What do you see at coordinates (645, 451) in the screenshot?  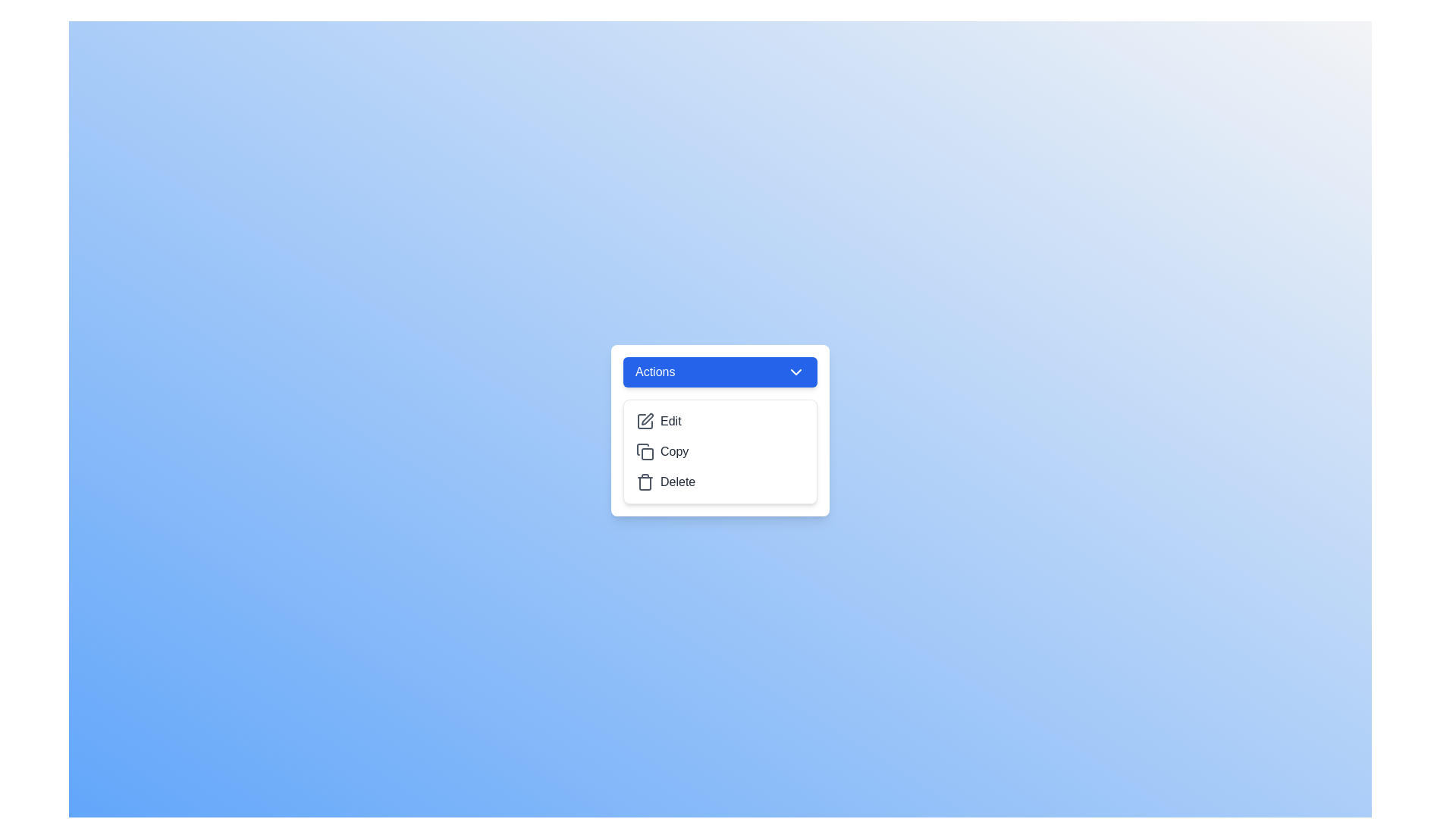 I see `the icon located to the left of the 'Copy' text label in the second row of the menu list` at bounding box center [645, 451].